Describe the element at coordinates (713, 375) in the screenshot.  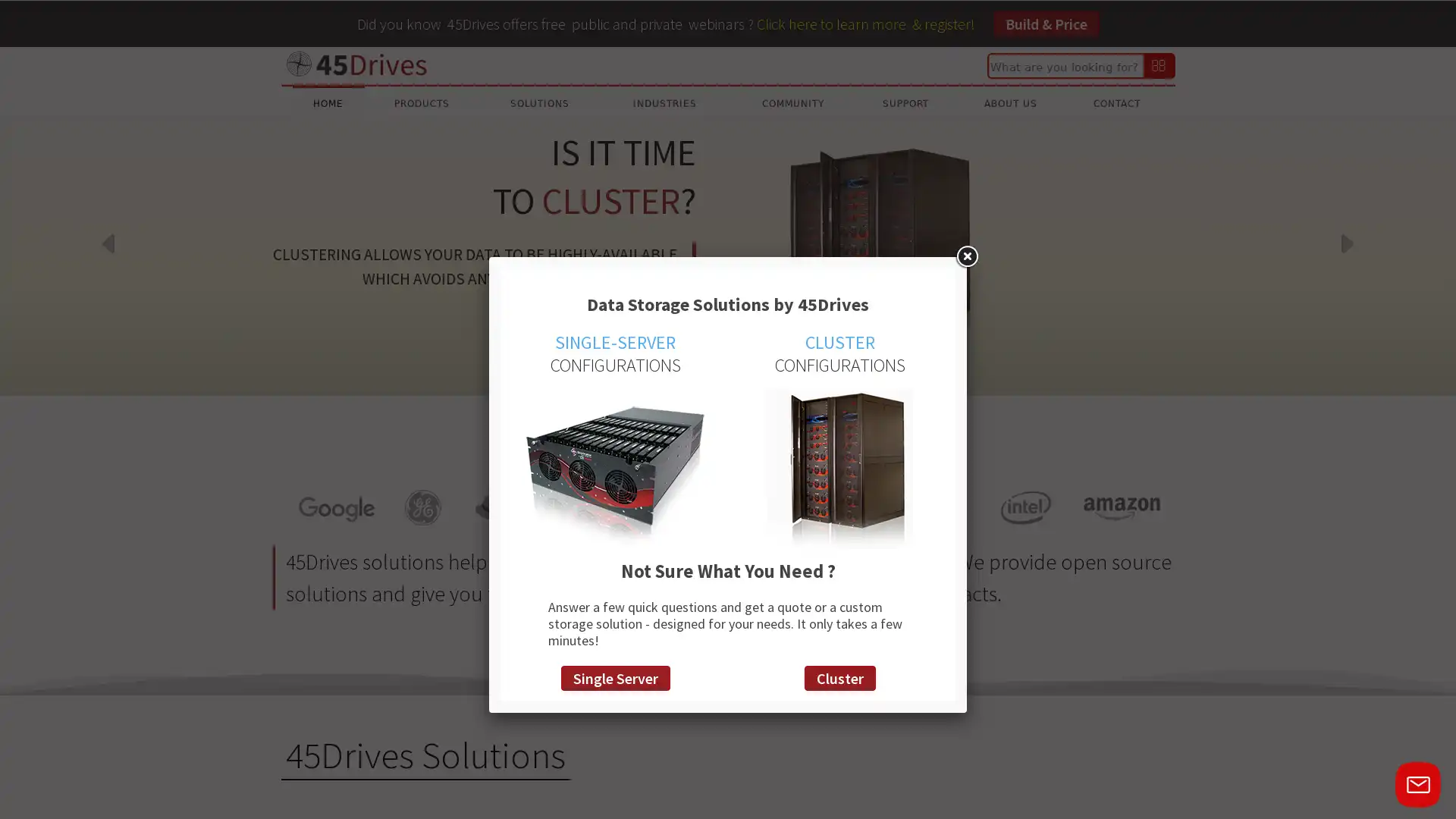
I see `FULL SOLUTION PROVIDERS` at that location.